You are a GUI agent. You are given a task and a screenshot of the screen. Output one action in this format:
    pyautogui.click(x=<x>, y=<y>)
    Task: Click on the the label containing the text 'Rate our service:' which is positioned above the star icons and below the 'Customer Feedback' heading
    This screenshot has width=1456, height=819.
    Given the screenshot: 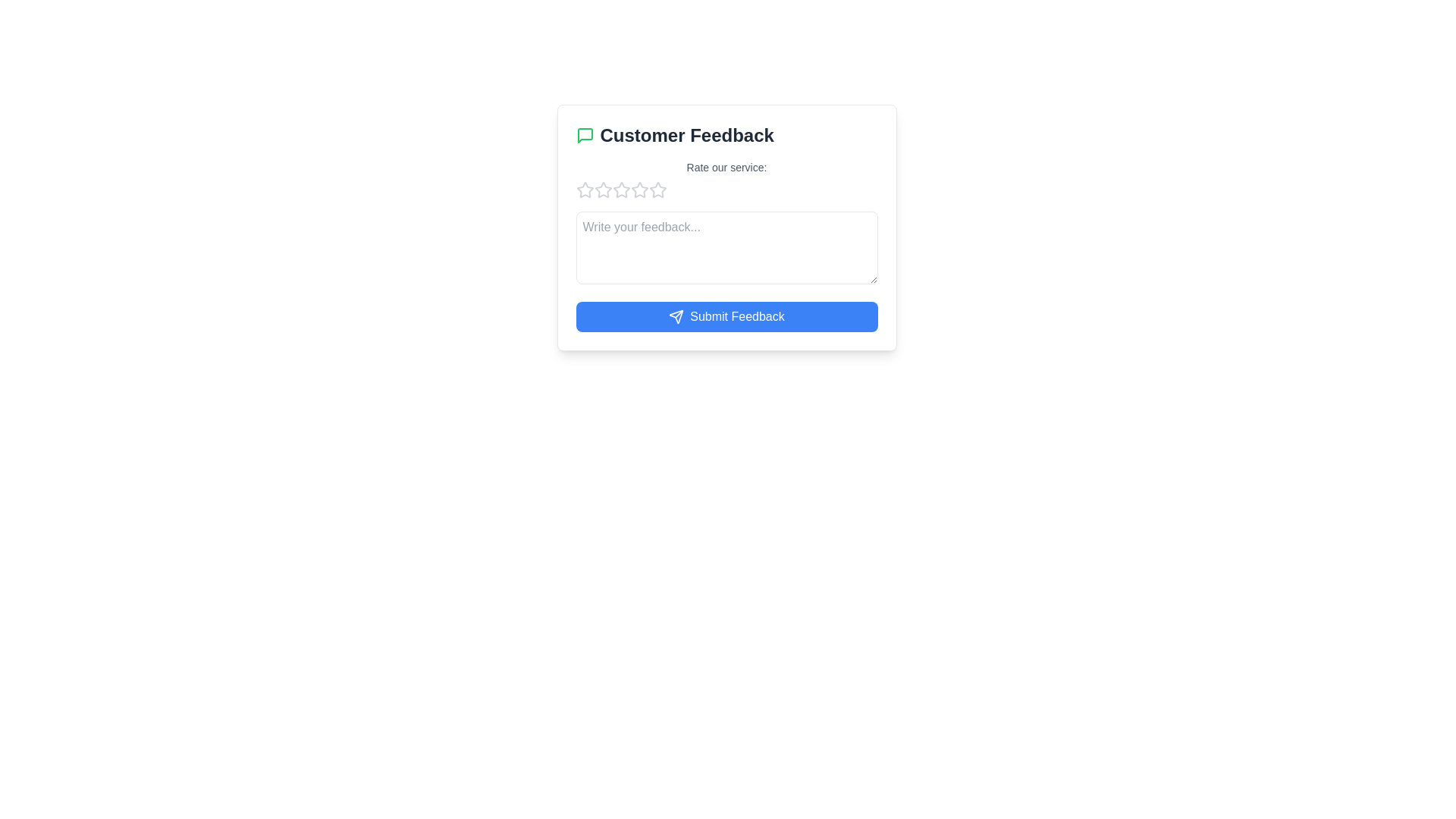 What is the action you would take?
    pyautogui.click(x=726, y=178)
    